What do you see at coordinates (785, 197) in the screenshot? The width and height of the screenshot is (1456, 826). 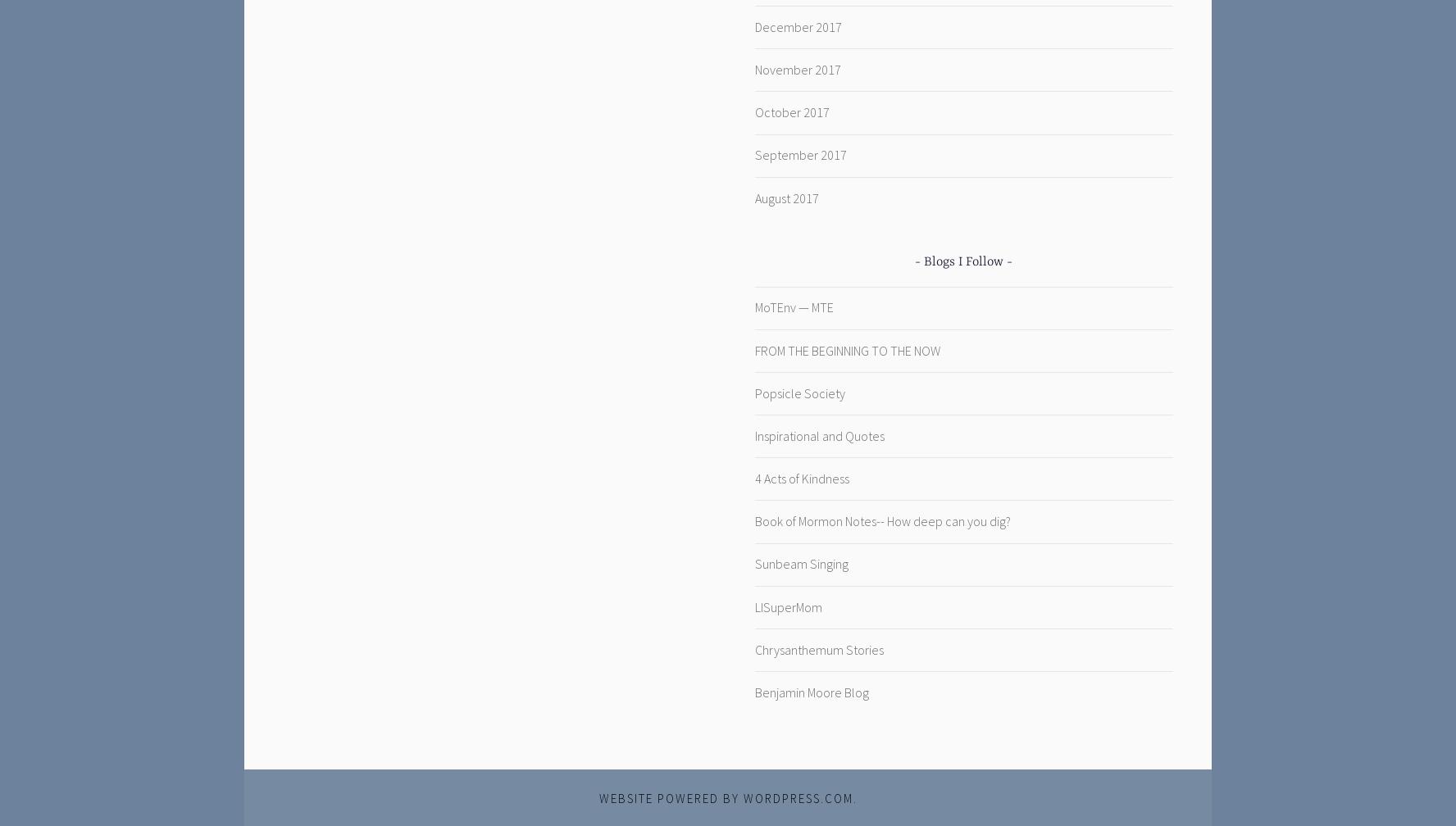 I see `'August 2017'` at bounding box center [785, 197].